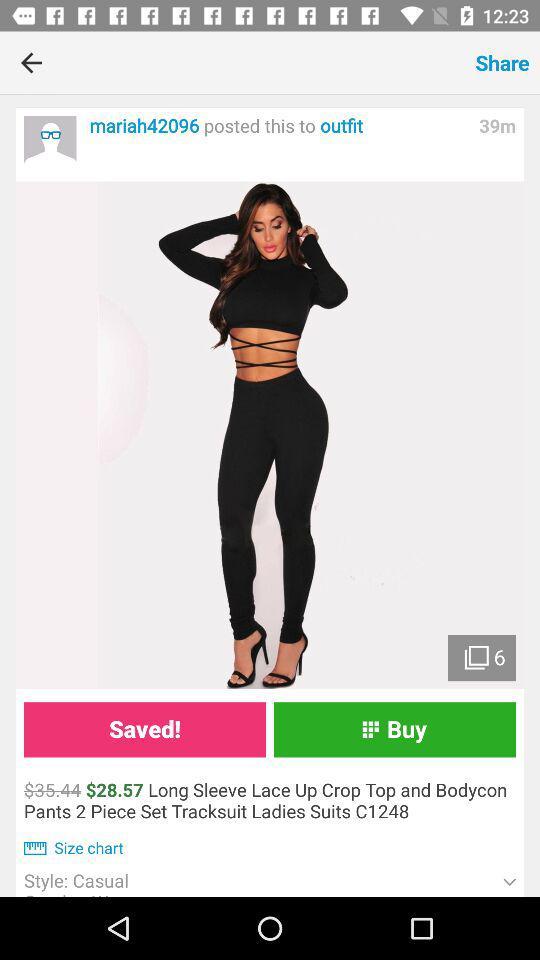 The image size is (540, 960). Describe the element at coordinates (270, 435) in the screenshot. I see `the item at the center` at that location.